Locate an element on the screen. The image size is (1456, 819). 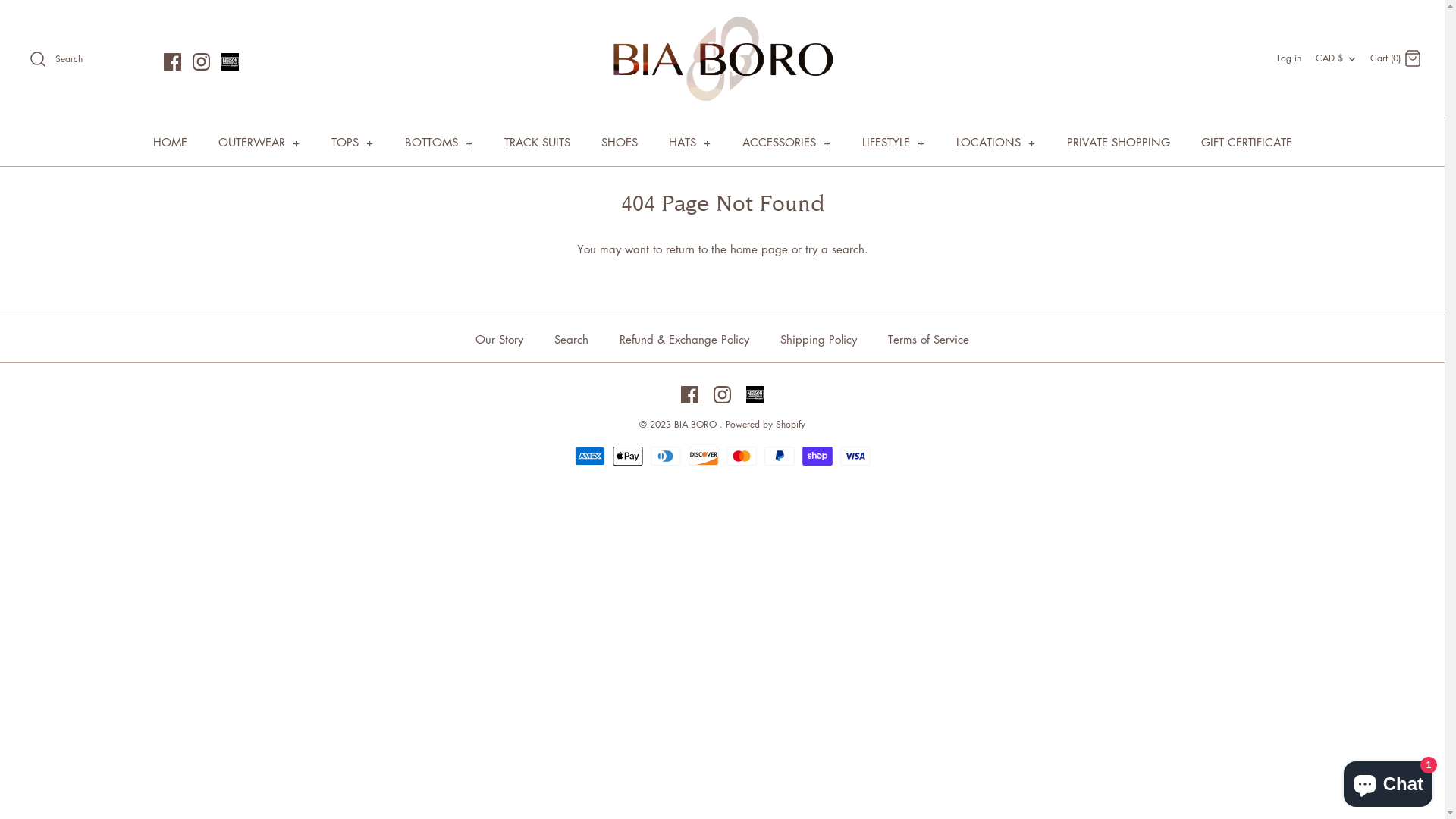
'Cart (0) Cart' is located at coordinates (1395, 56).